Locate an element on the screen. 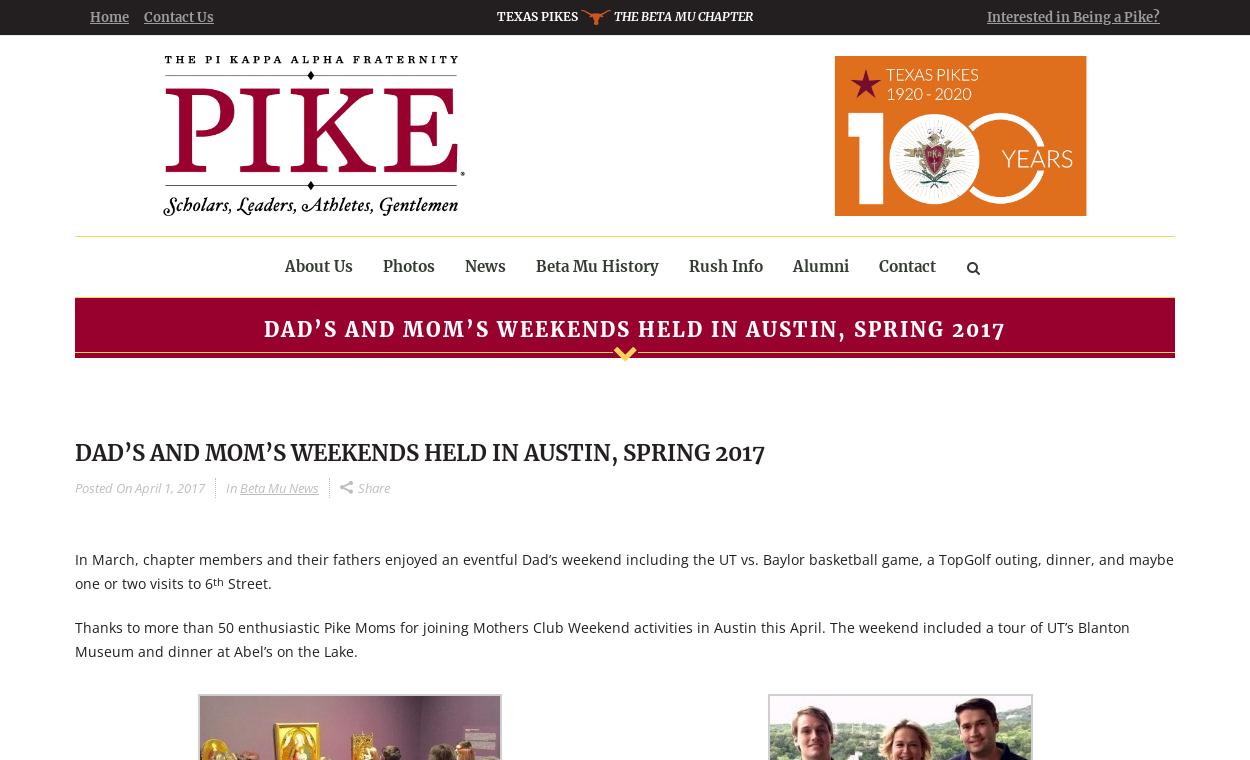 This screenshot has width=1250, height=760. 'Share' is located at coordinates (373, 487).